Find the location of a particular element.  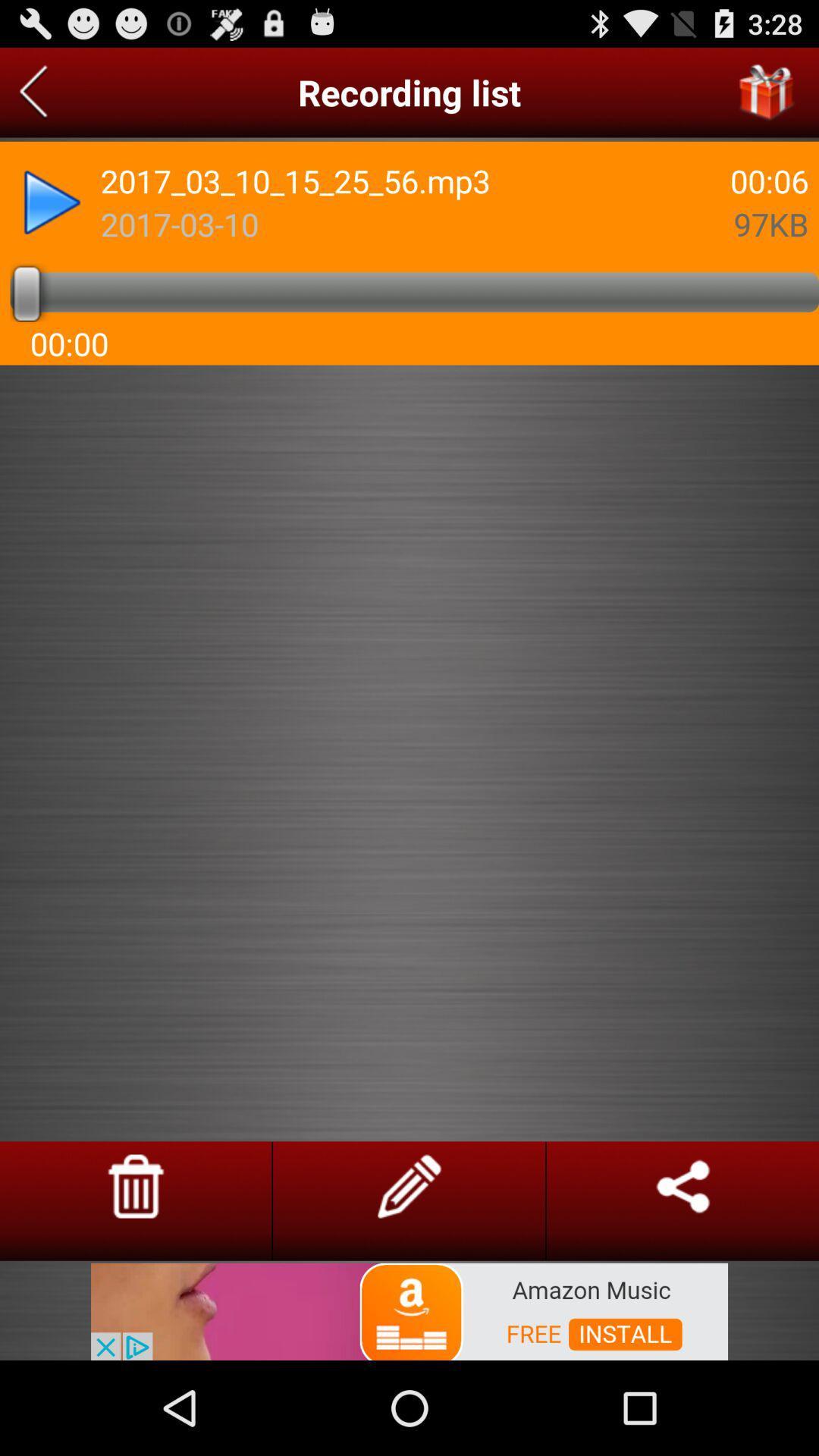

settings option is located at coordinates (408, 1185).